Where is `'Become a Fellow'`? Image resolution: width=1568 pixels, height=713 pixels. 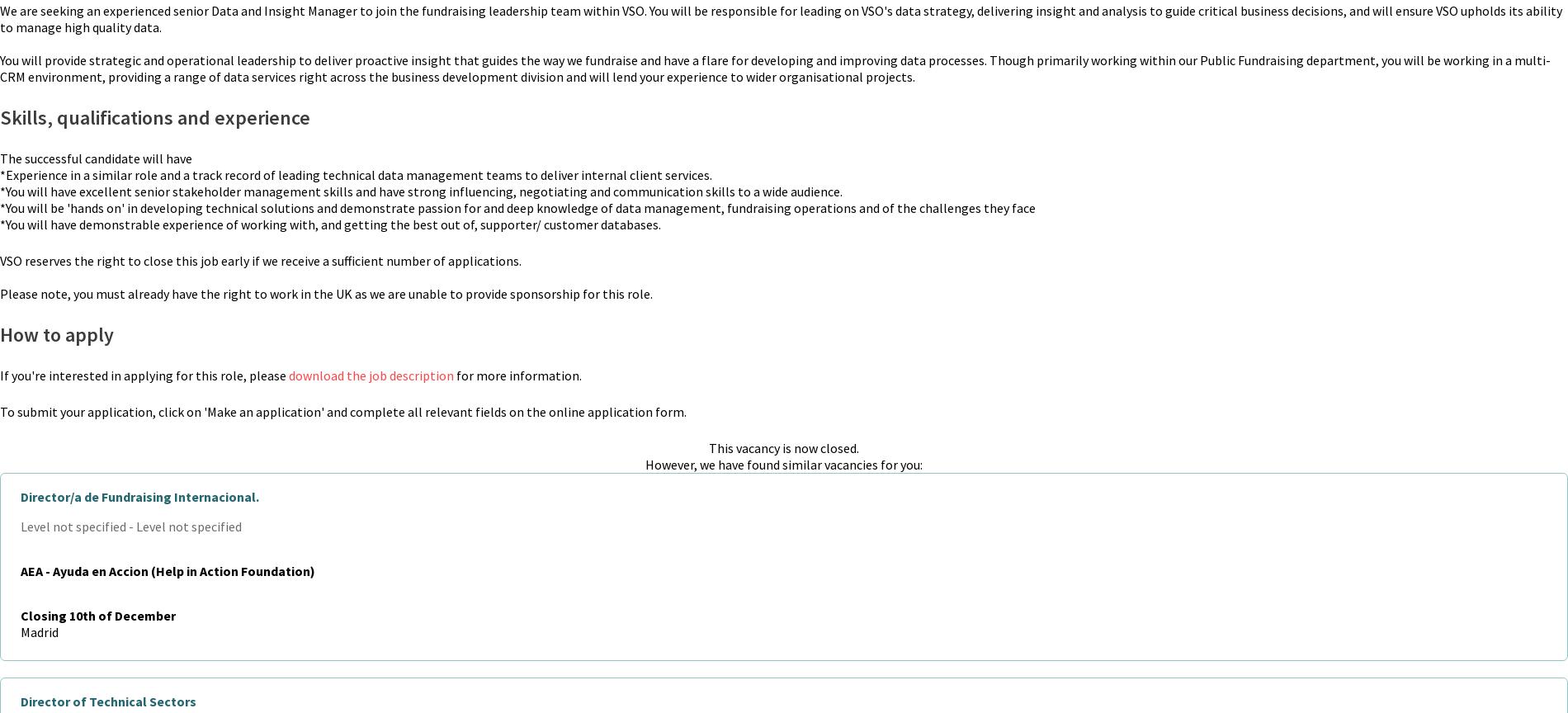
'Become a Fellow' is located at coordinates (445, 469).